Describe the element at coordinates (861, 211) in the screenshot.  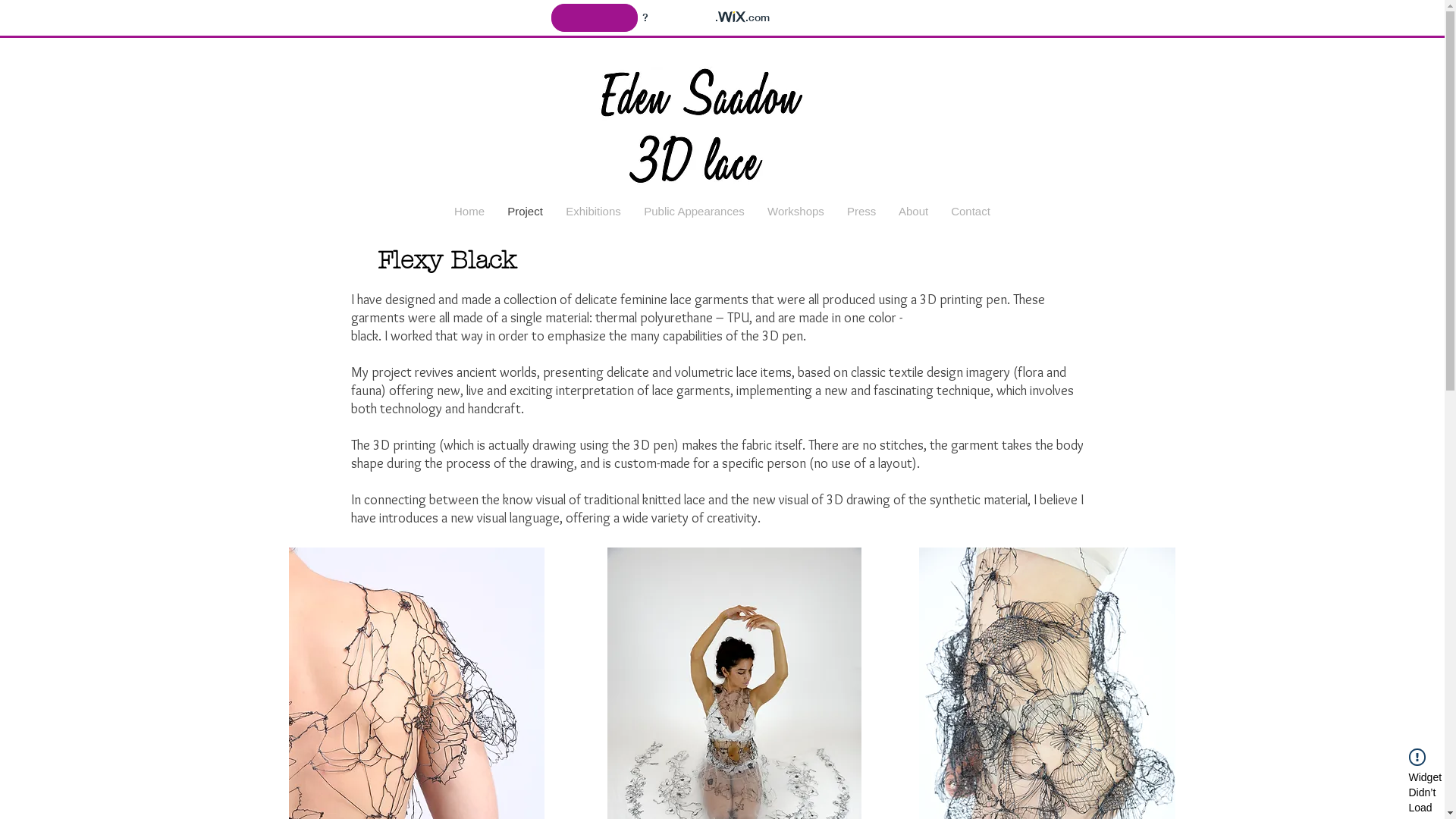
I see `'Press'` at that location.